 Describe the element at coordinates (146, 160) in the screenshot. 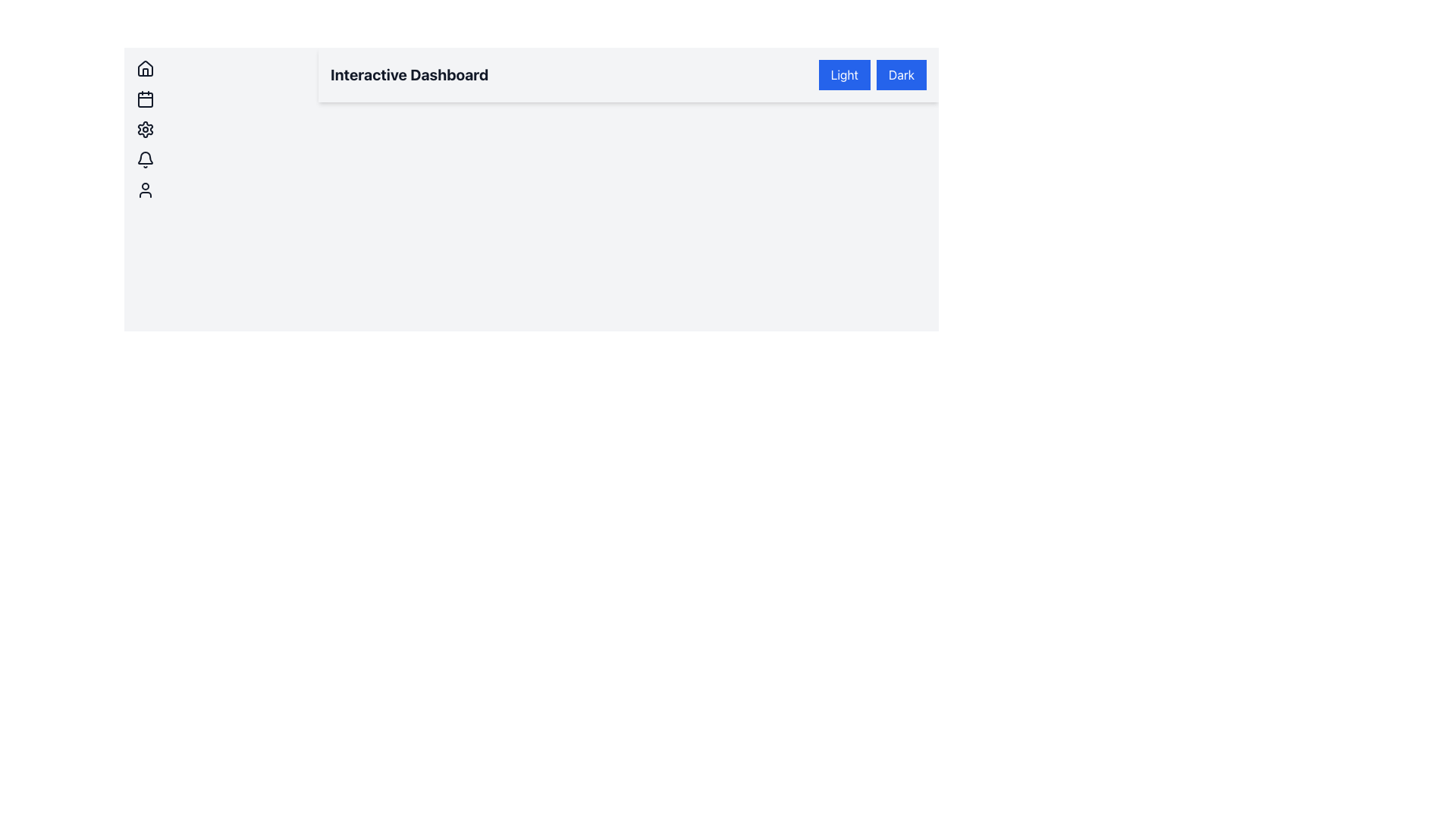

I see `the bell icon, which has a rounded design and a monochrome outline, positioned fourth from the top in the left sidebar` at that location.